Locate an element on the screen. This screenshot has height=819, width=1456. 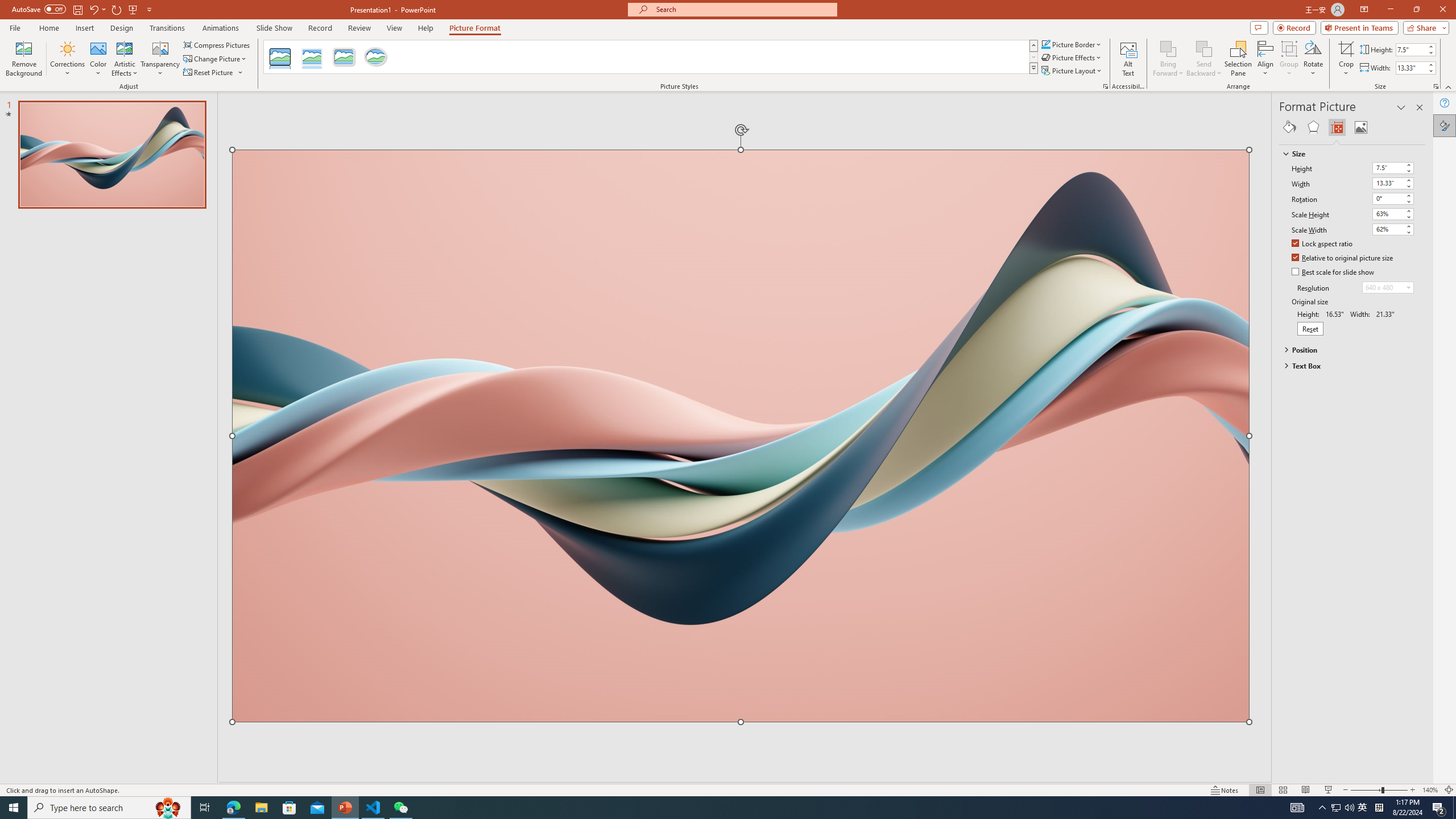
'Rotate' is located at coordinates (1313, 59).